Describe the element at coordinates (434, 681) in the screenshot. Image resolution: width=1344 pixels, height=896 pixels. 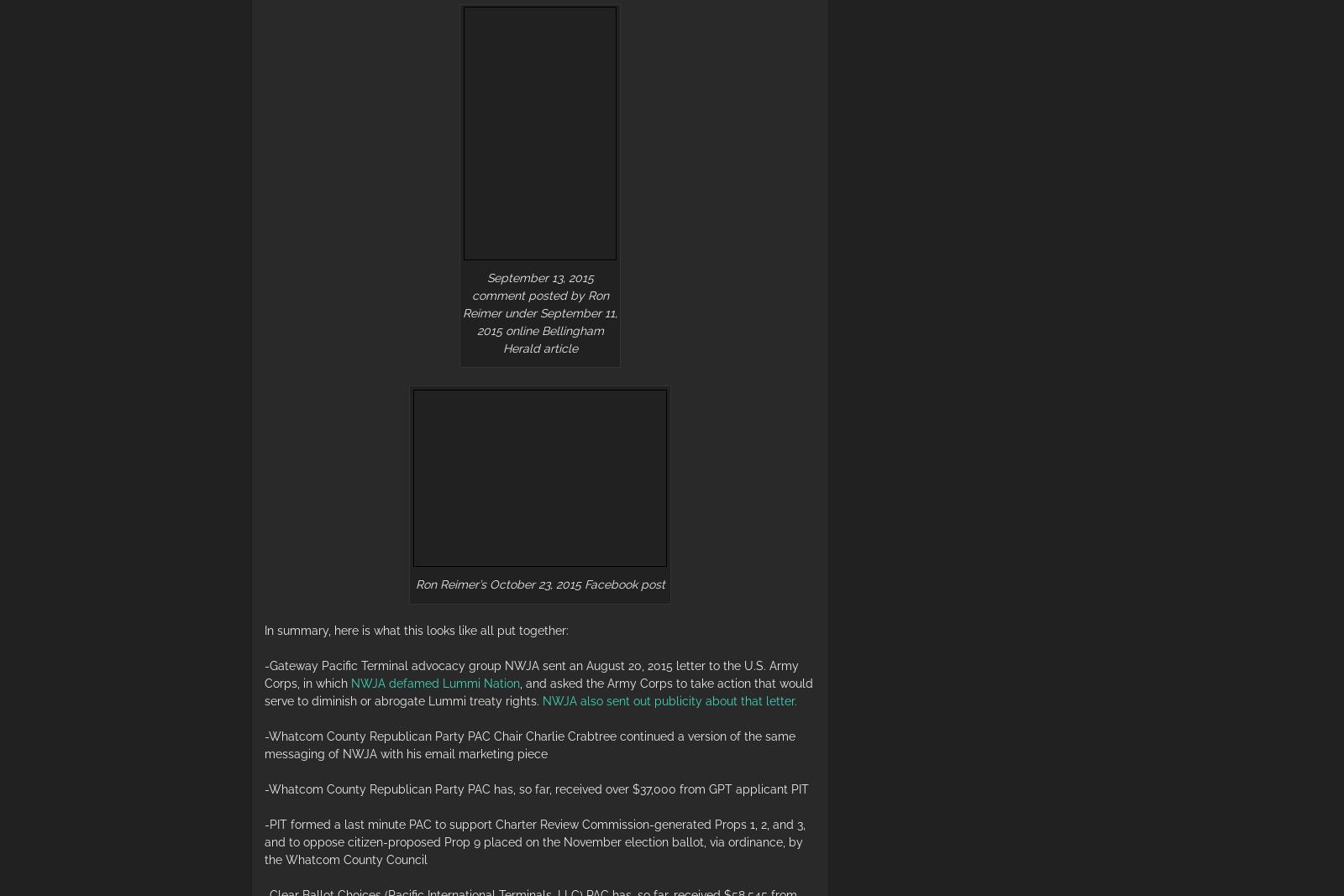
I see `'NWJA defamed Lummi Nation'` at that location.